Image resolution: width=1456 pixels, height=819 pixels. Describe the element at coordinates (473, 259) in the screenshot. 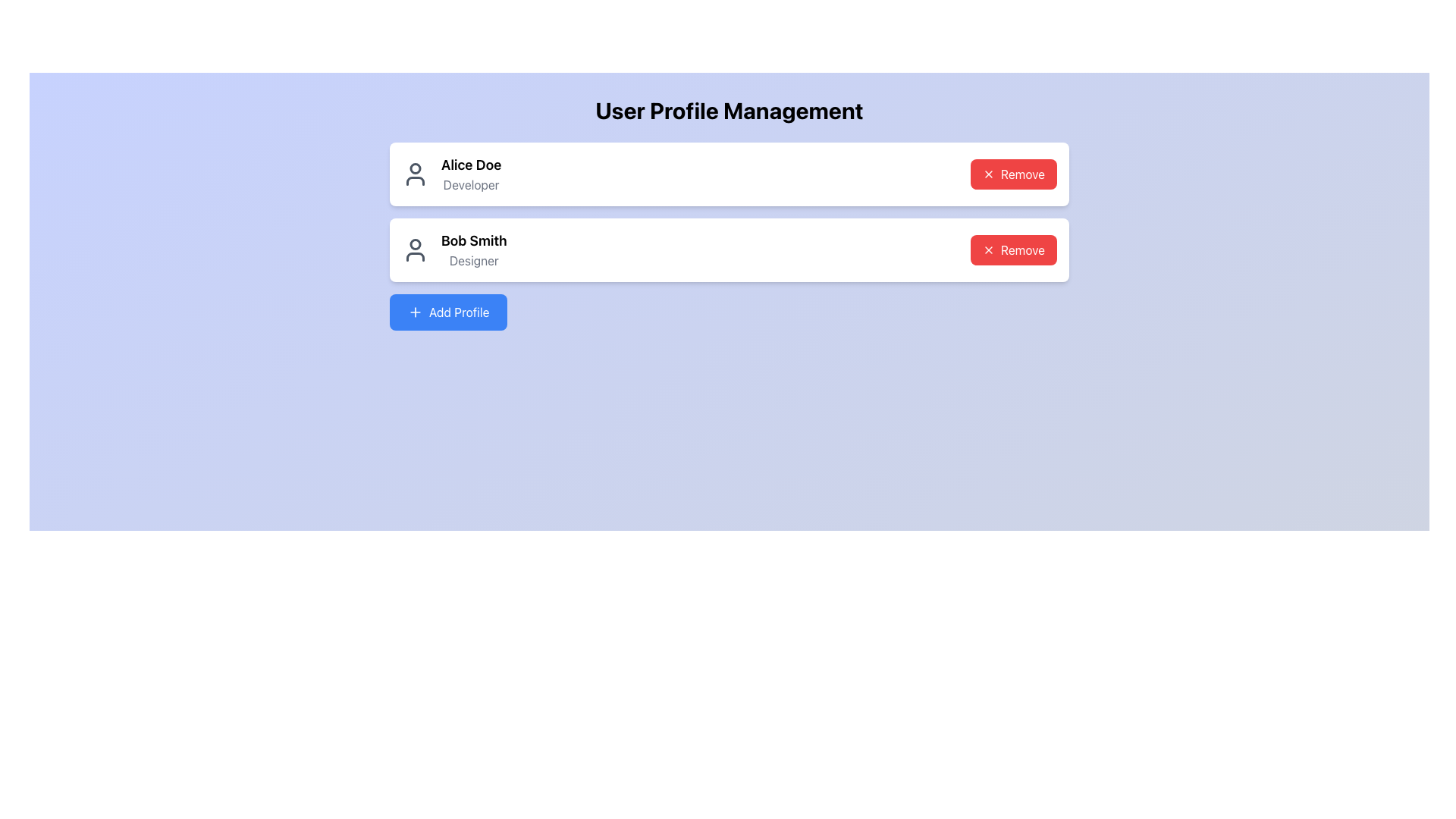

I see `the static text element labeled 'Designer', which is styled in light gray and positioned under the bold text 'Bob Smith' on the user profile card` at that location.